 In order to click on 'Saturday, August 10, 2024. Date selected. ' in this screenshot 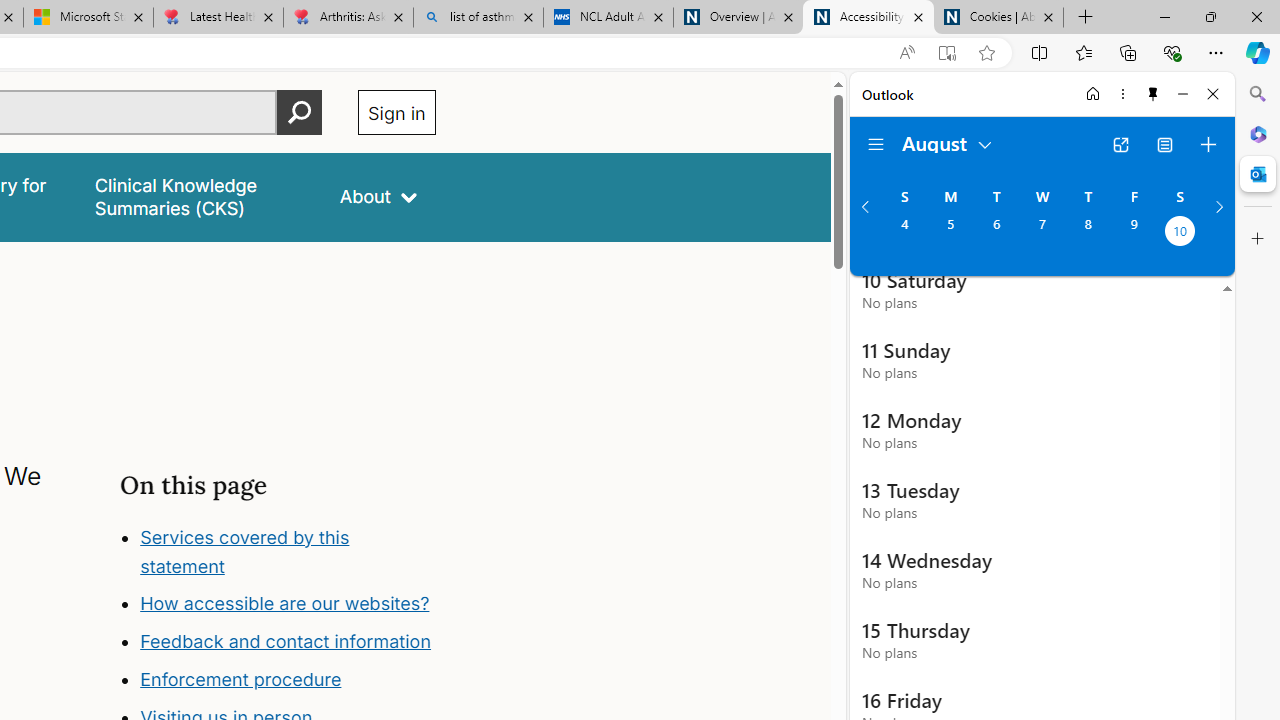, I will do `click(1180, 232)`.